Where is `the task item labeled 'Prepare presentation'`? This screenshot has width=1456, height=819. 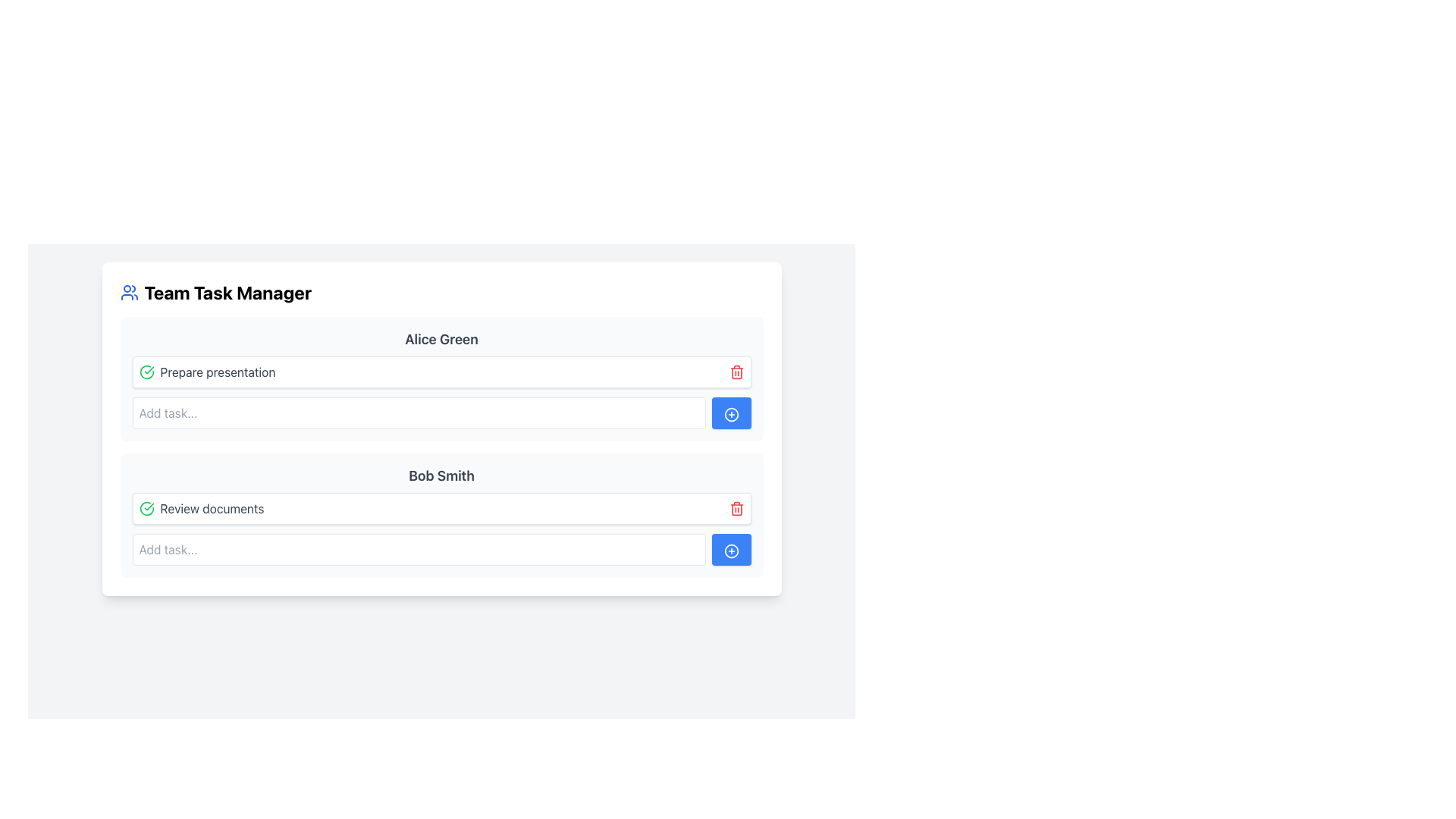
the task item labeled 'Prepare presentation' is located at coordinates (441, 372).